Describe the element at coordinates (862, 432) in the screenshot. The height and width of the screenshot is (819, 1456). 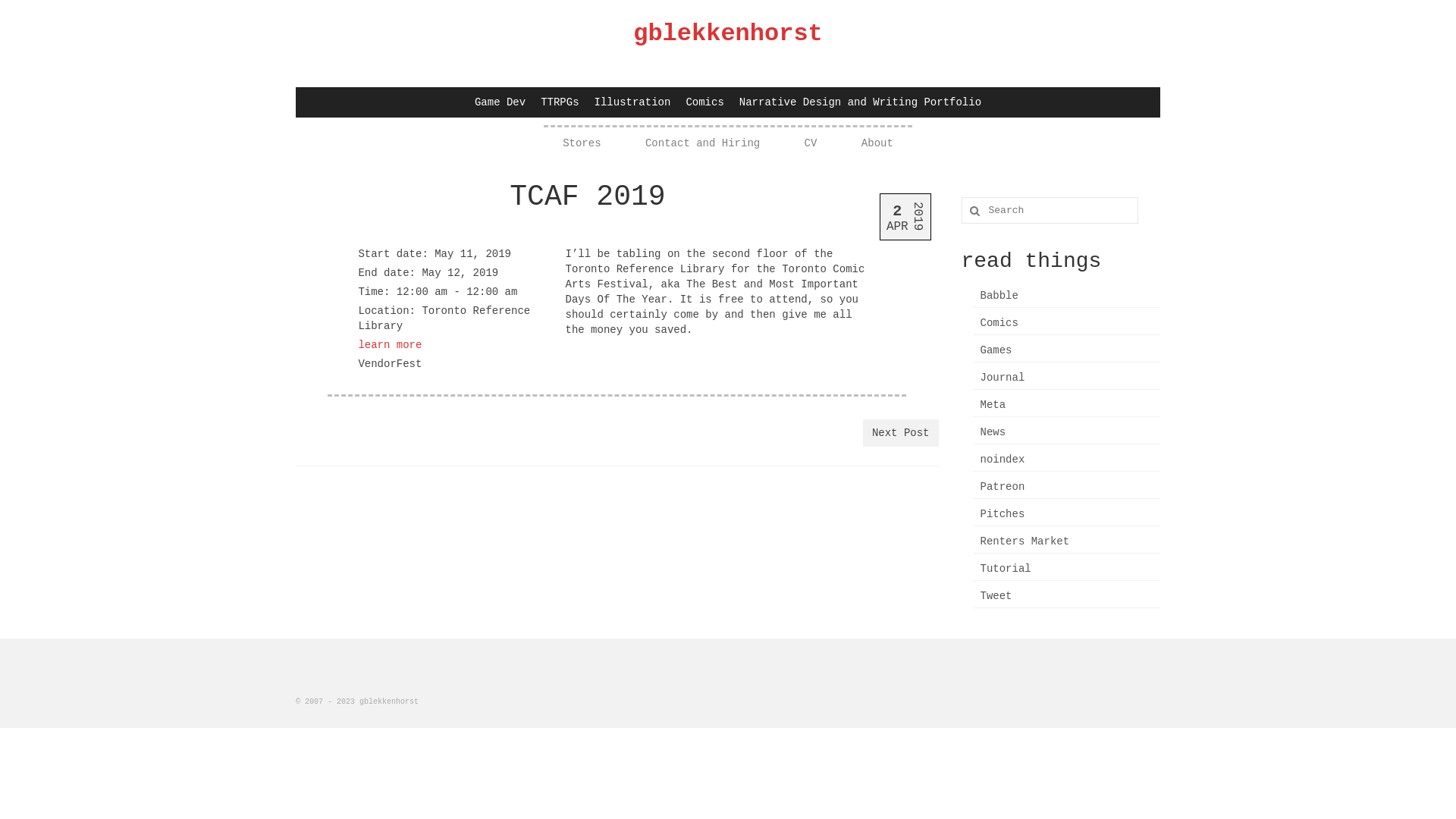
I see `'Next Post'` at that location.